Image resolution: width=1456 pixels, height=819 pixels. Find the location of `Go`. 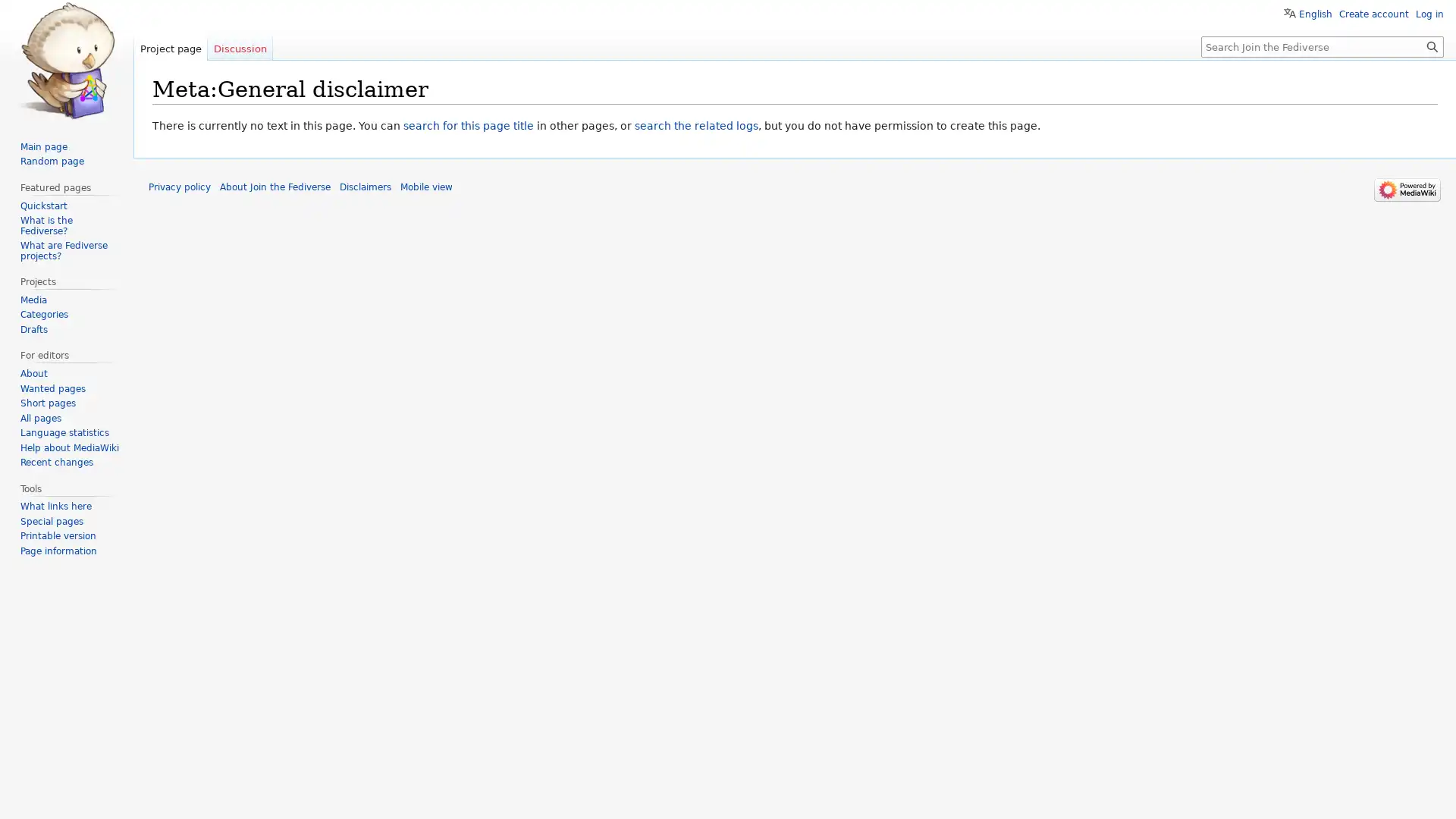

Go is located at coordinates (1432, 45).